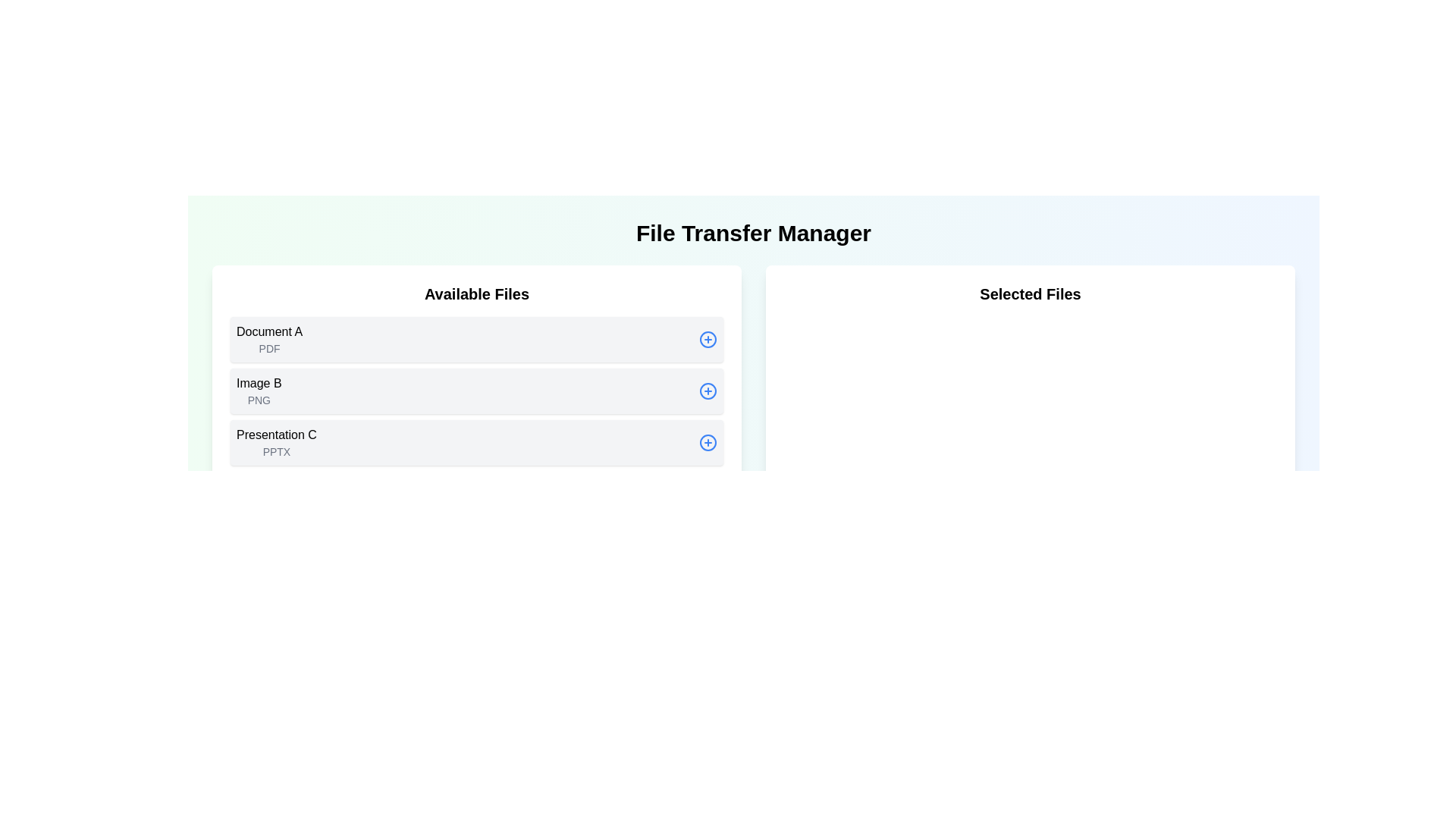 The height and width of the screenshot is (819, 1456). Describe the element at coordinates (708, 338) in the screenshot. I see `the blue circular icon within the add button, which is located to the right of the 'Image B PNG' list item in the 'Available Files' section` at that location.